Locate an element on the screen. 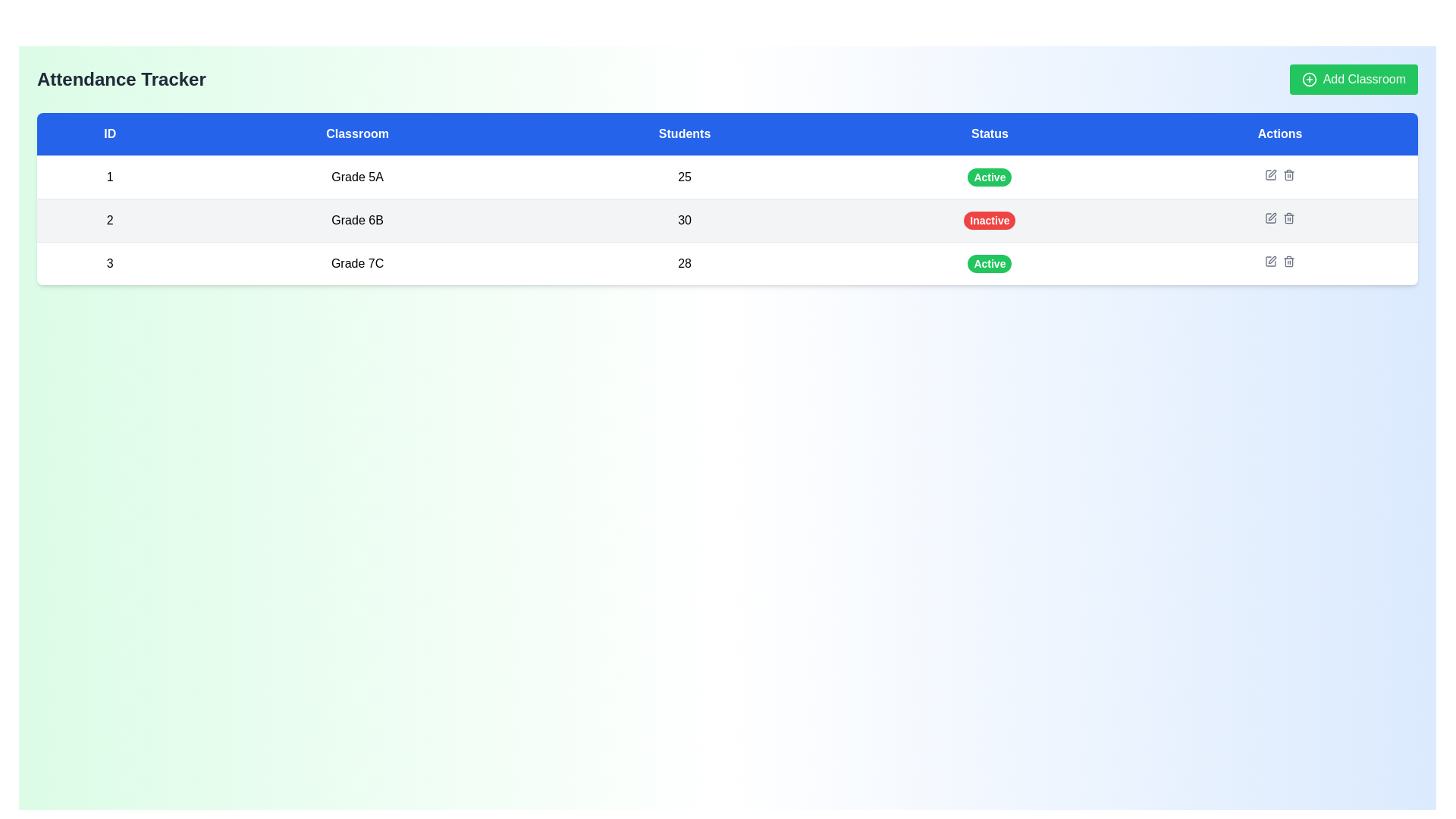 The height and width of the screenshot is (819, 1456). the 'Add Classroom' button which contains the Icon (SVG graphic) on its left side, indicating the addition functionality is located at coordinates (1308, 79).